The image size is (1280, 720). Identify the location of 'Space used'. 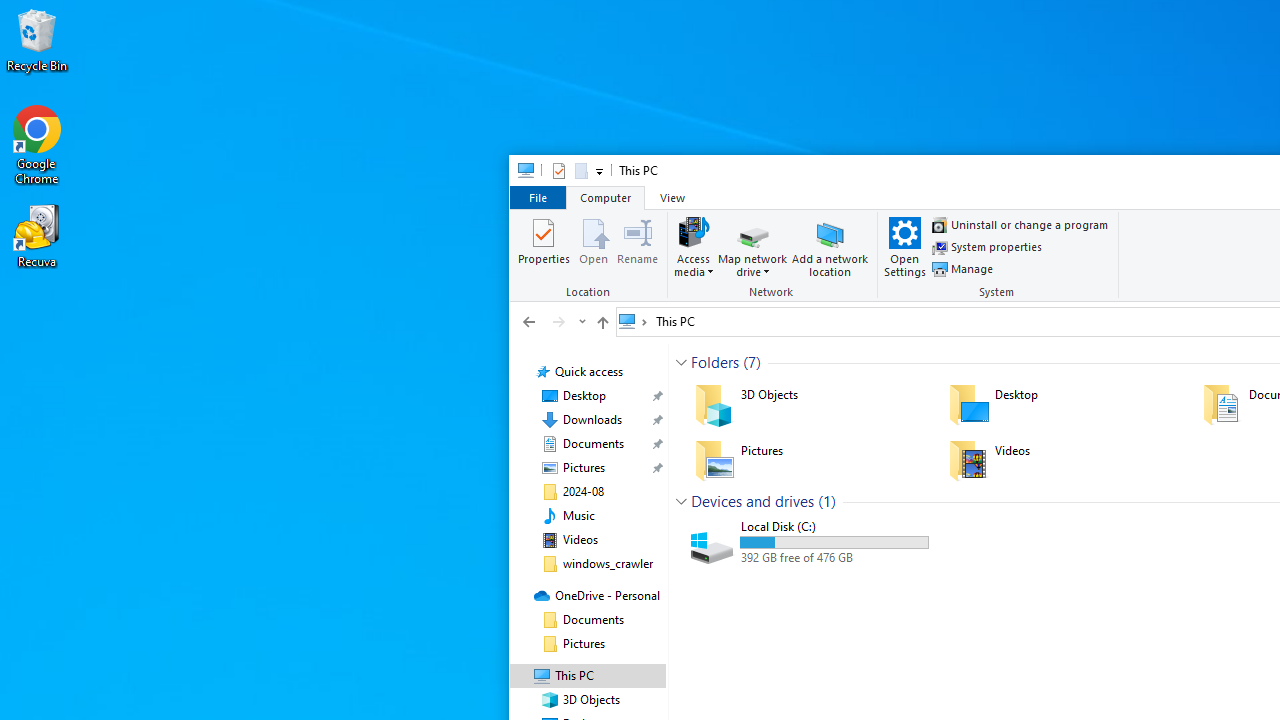
(834, 542).